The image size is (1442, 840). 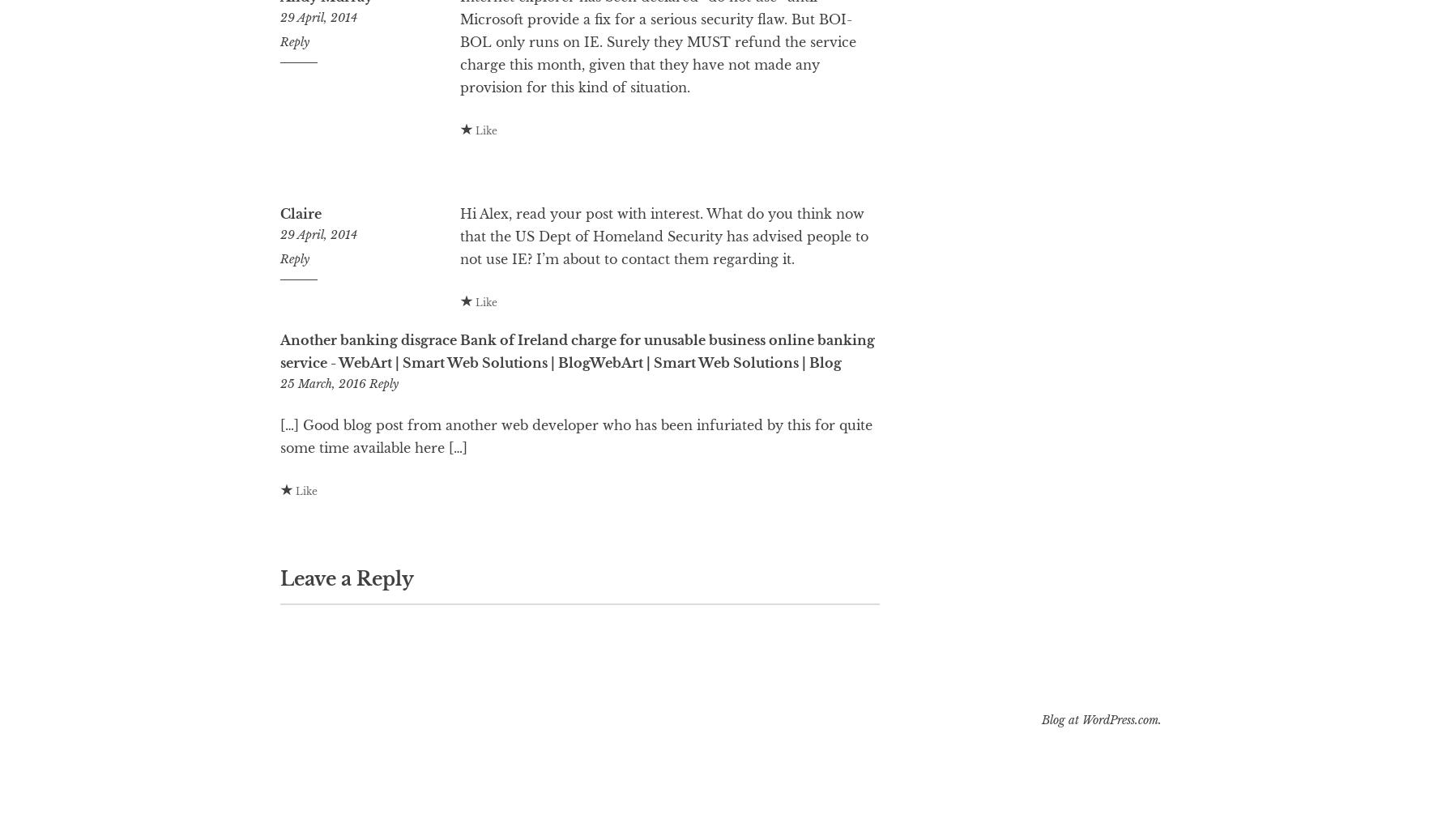 I want to click on 'Blog at WordPress.com.', so click(x=1101, y=784).